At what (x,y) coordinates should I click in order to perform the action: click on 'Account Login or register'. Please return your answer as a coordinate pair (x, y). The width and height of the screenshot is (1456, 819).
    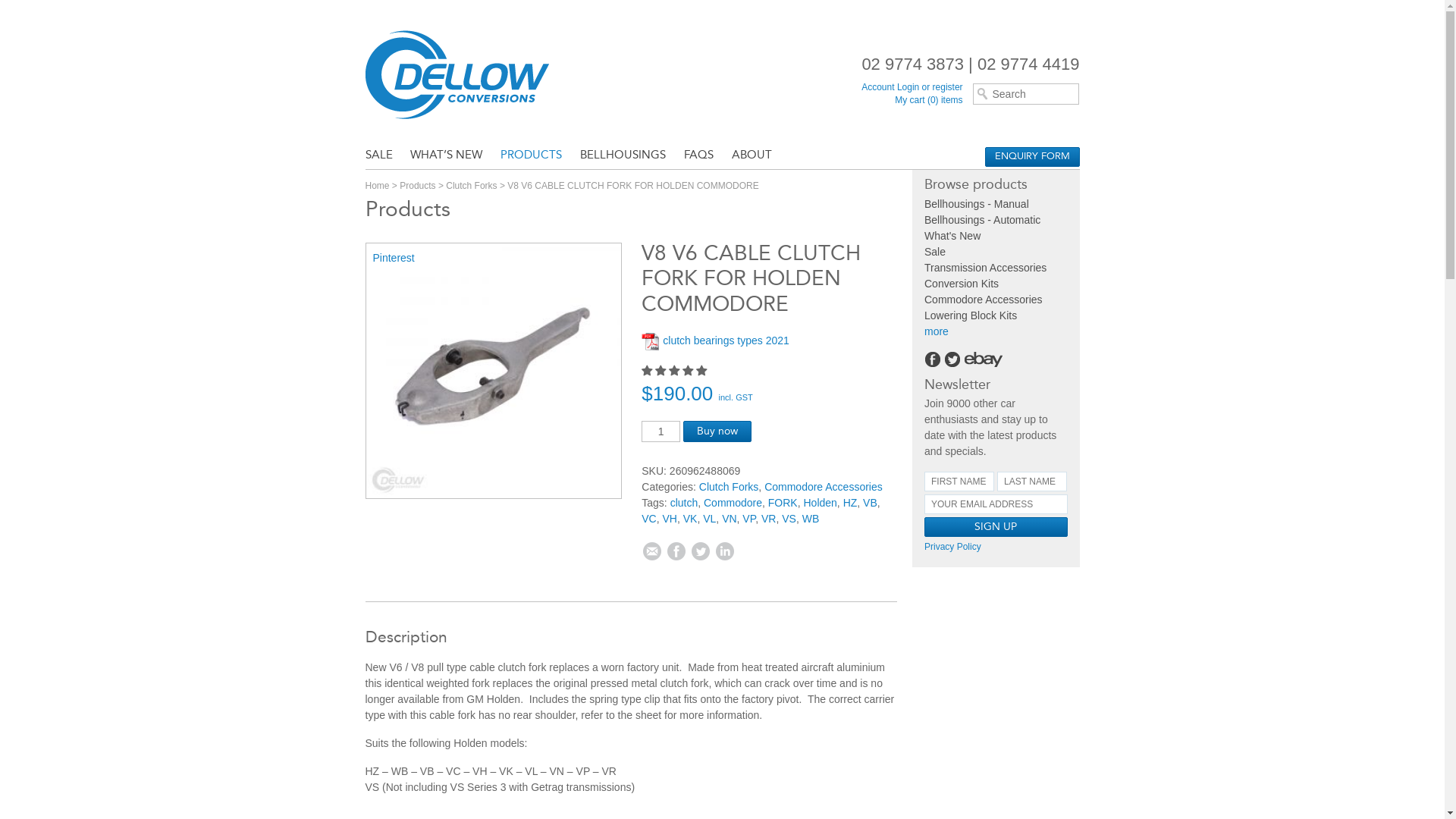
    Looking at the image, I should click on (861, 87).